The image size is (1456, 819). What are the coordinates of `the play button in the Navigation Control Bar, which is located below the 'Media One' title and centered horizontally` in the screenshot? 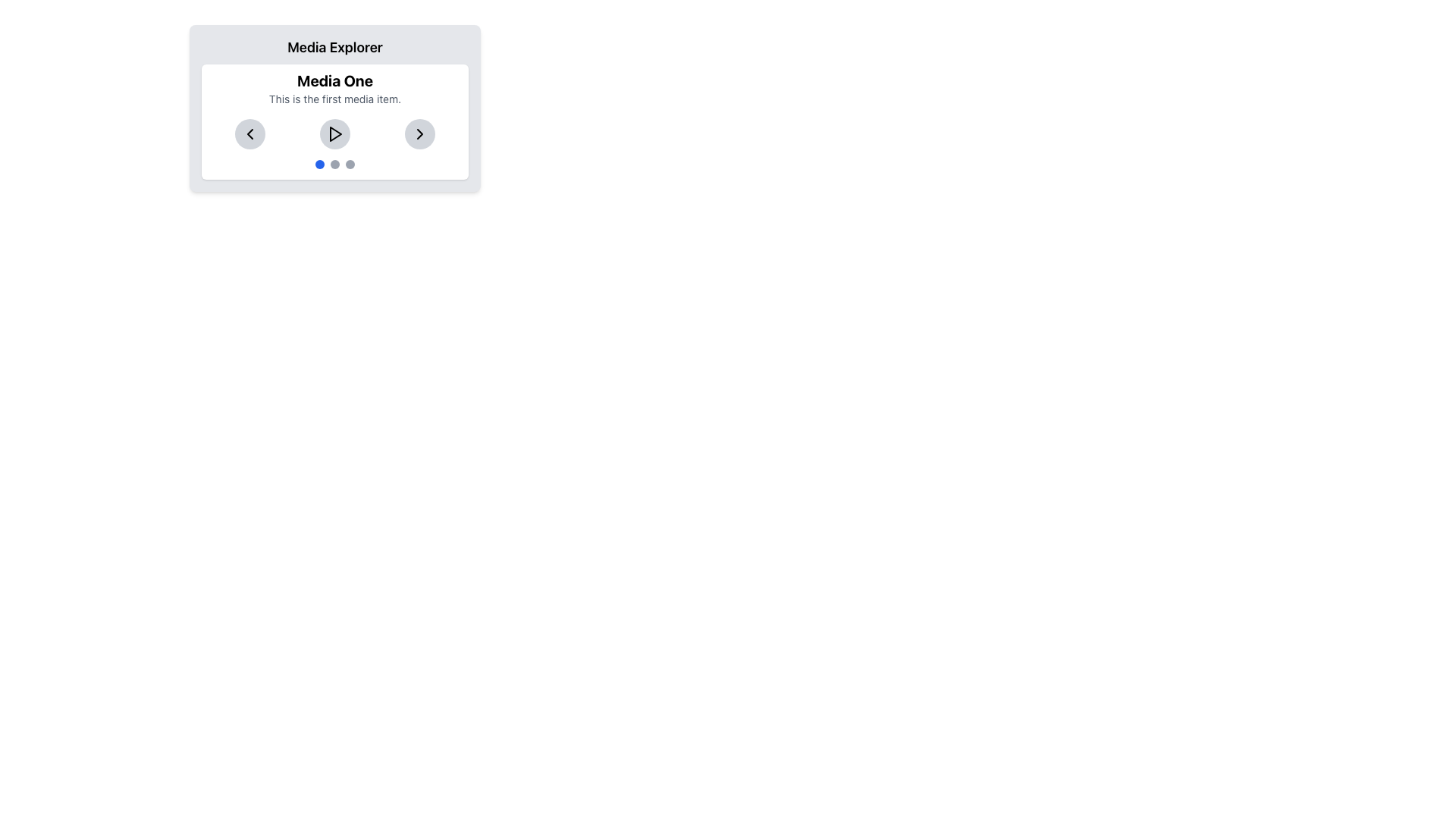 It's located at (334, 133).